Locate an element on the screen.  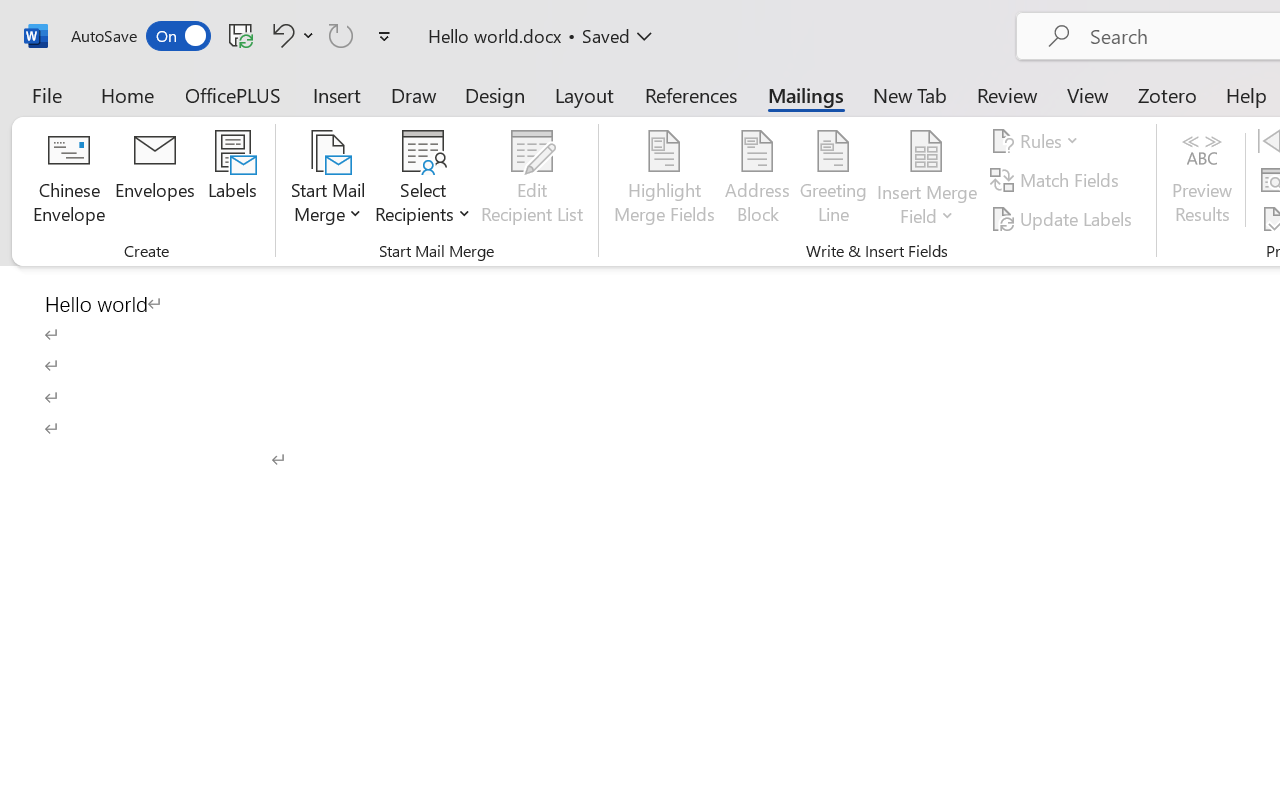
'Mailings' is located at coordinates (806, 94).